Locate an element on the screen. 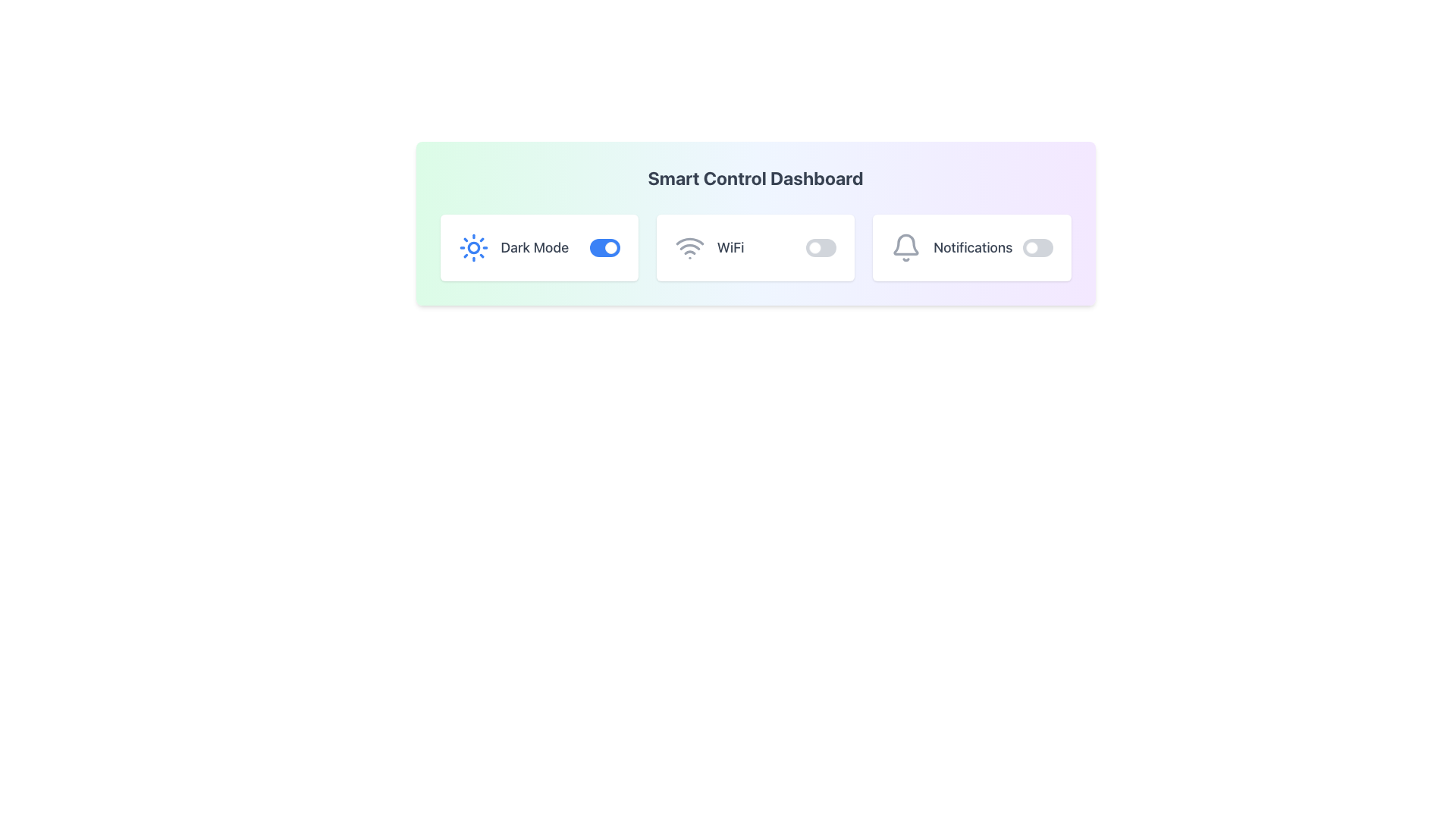 The height and width of the screenshot is (819, 1456). the toggle switch located within the 'Smart Control Dashboard' panel component is located at coordinates (755, 223).